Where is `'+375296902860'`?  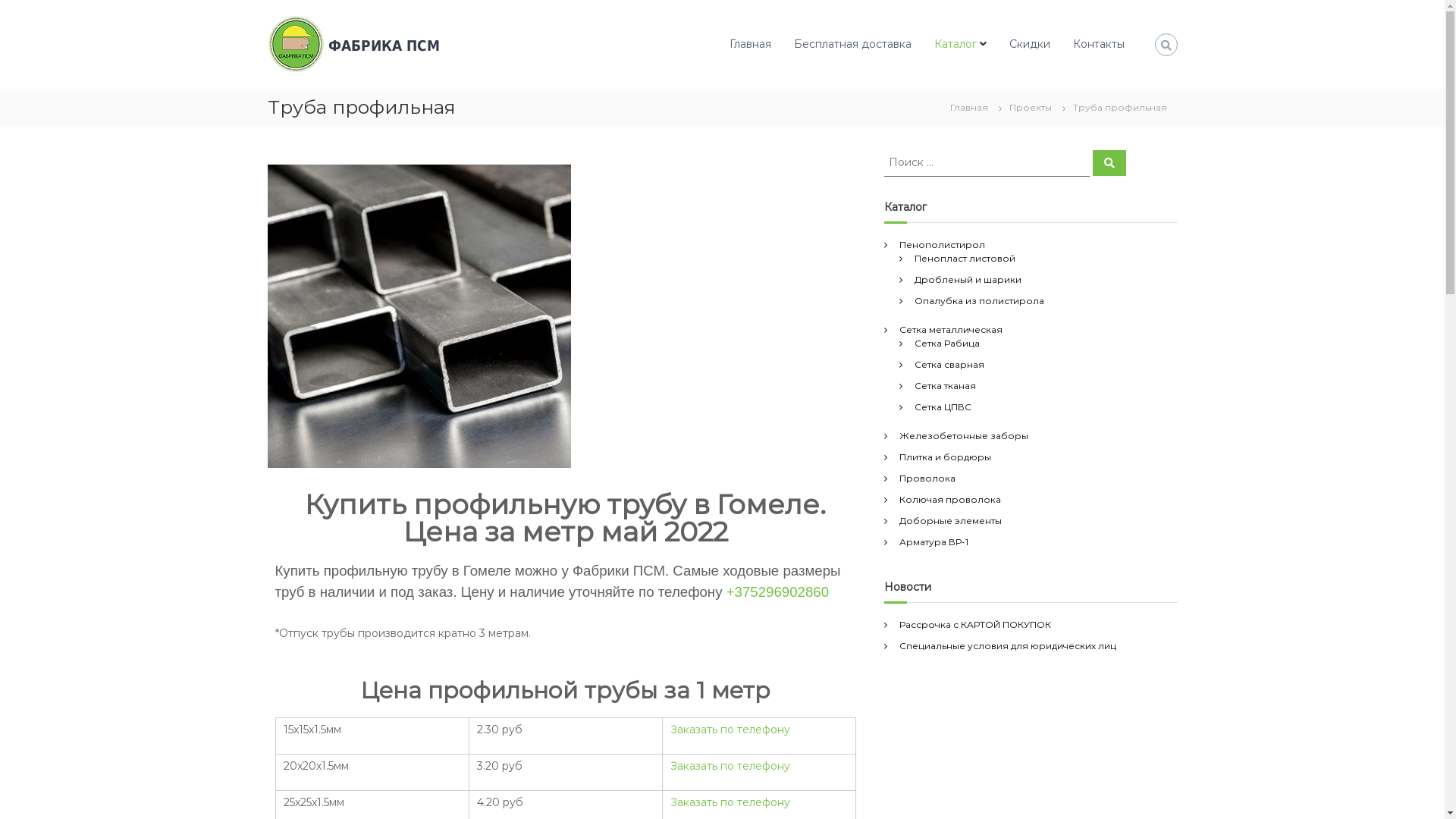 '+375296902860' is located at coordinates (726, 591).